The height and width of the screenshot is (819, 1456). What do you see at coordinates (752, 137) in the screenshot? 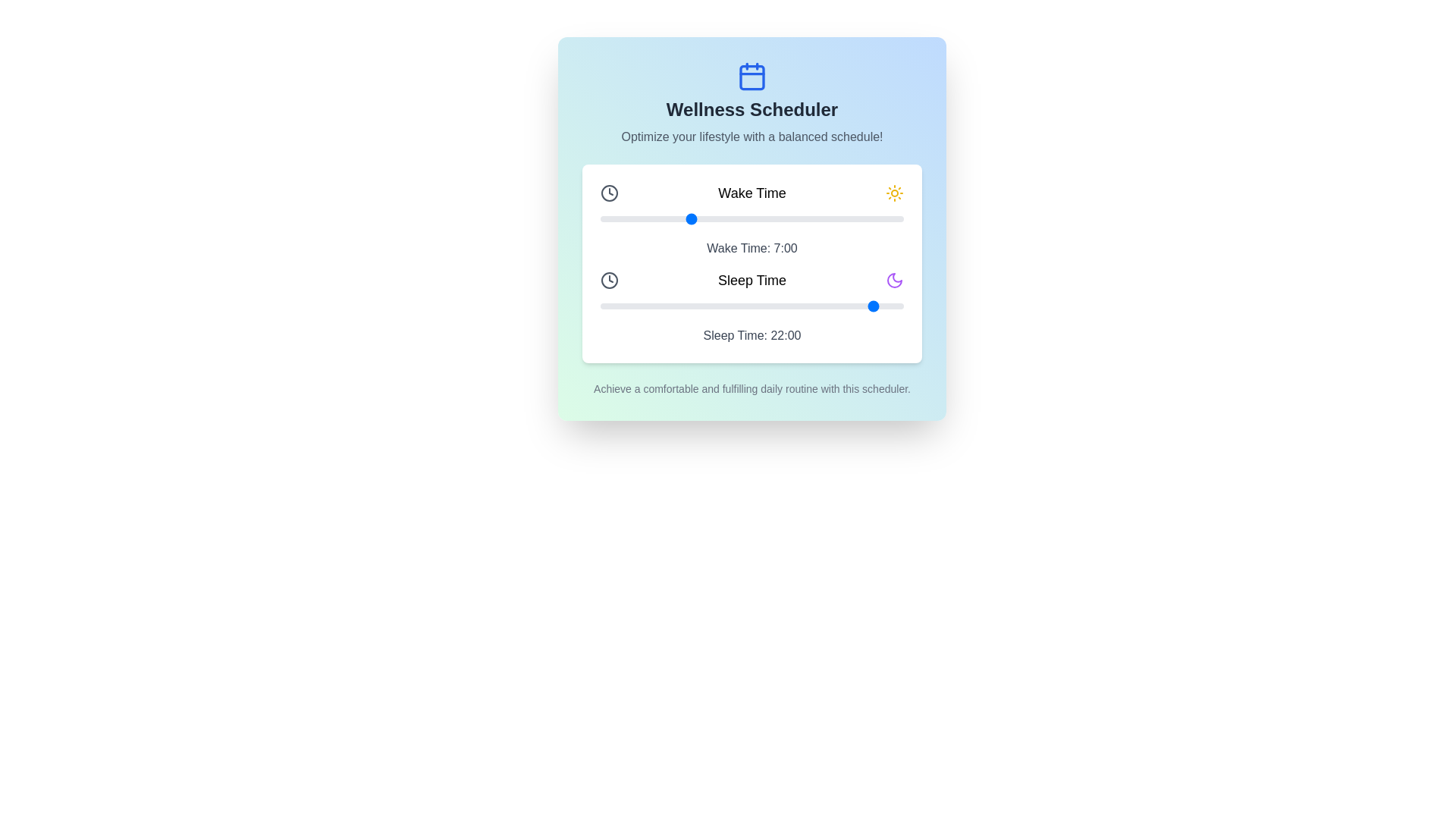
I see `the text element displaying 'Optimize your lifestyle with a balanced schedule!' which is styled in gray and located underneath the 'Wellness Scheduler' heading` at bounding box center [752, 137].